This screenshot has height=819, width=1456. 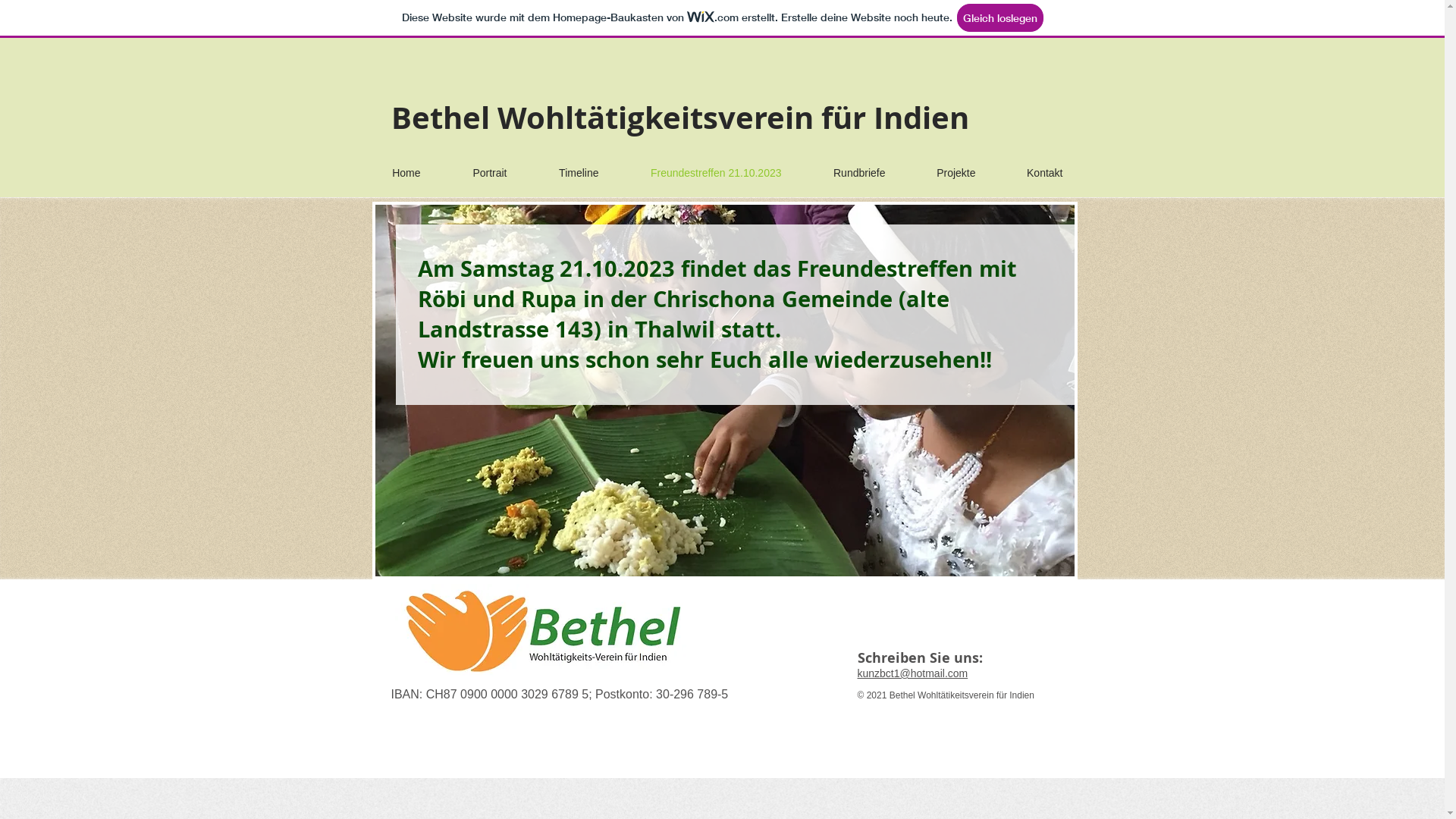 What do you see at coordinates (392, 172) in the screenshot?
I see `'Home'` at bounding box center [392, 172].